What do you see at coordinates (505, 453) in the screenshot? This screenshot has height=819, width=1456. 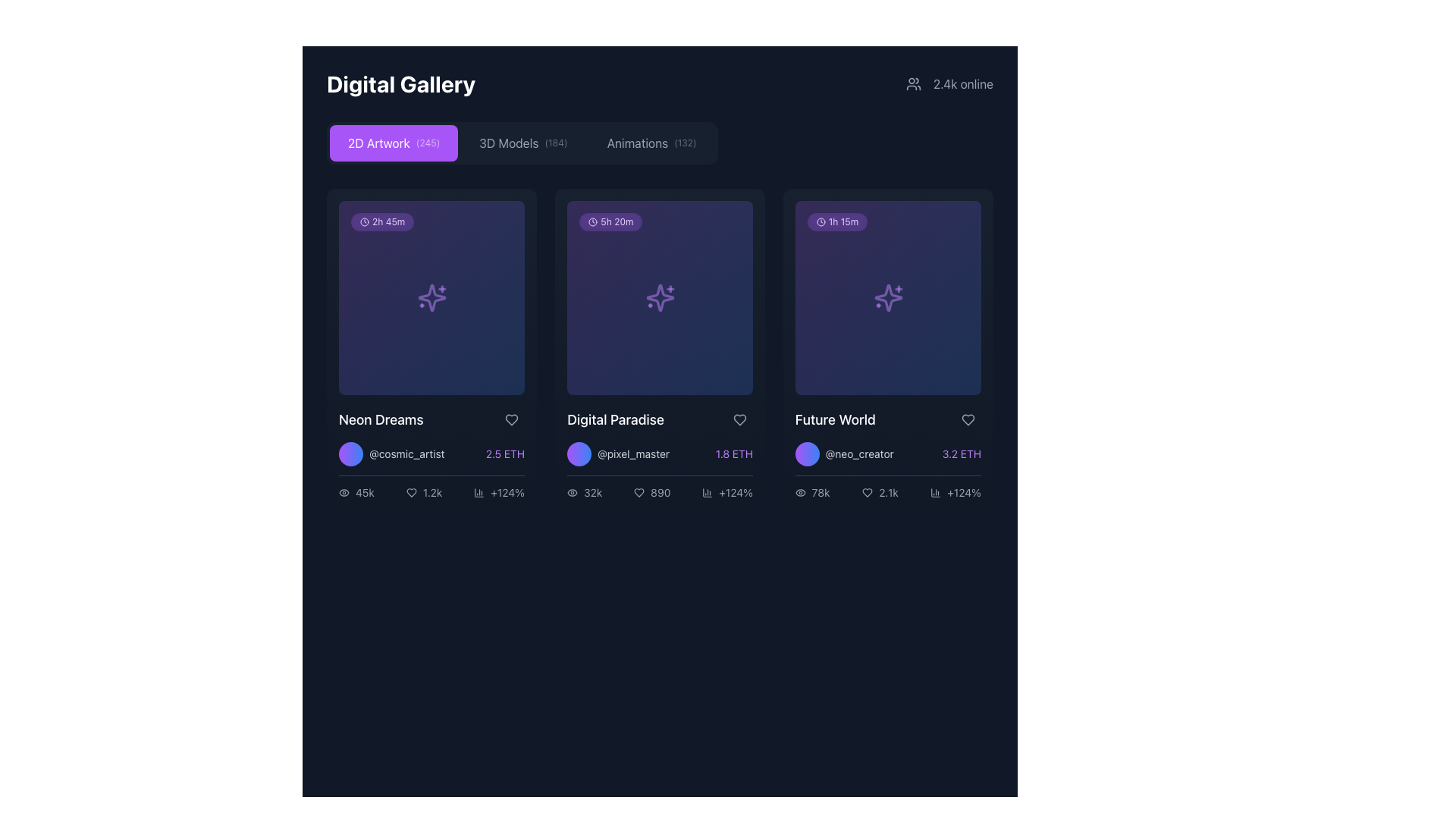 I see `the text label displaying '2.5 ETH' in light purple, located in the bottom section of the first grid item` at bounding box center [505, 453].